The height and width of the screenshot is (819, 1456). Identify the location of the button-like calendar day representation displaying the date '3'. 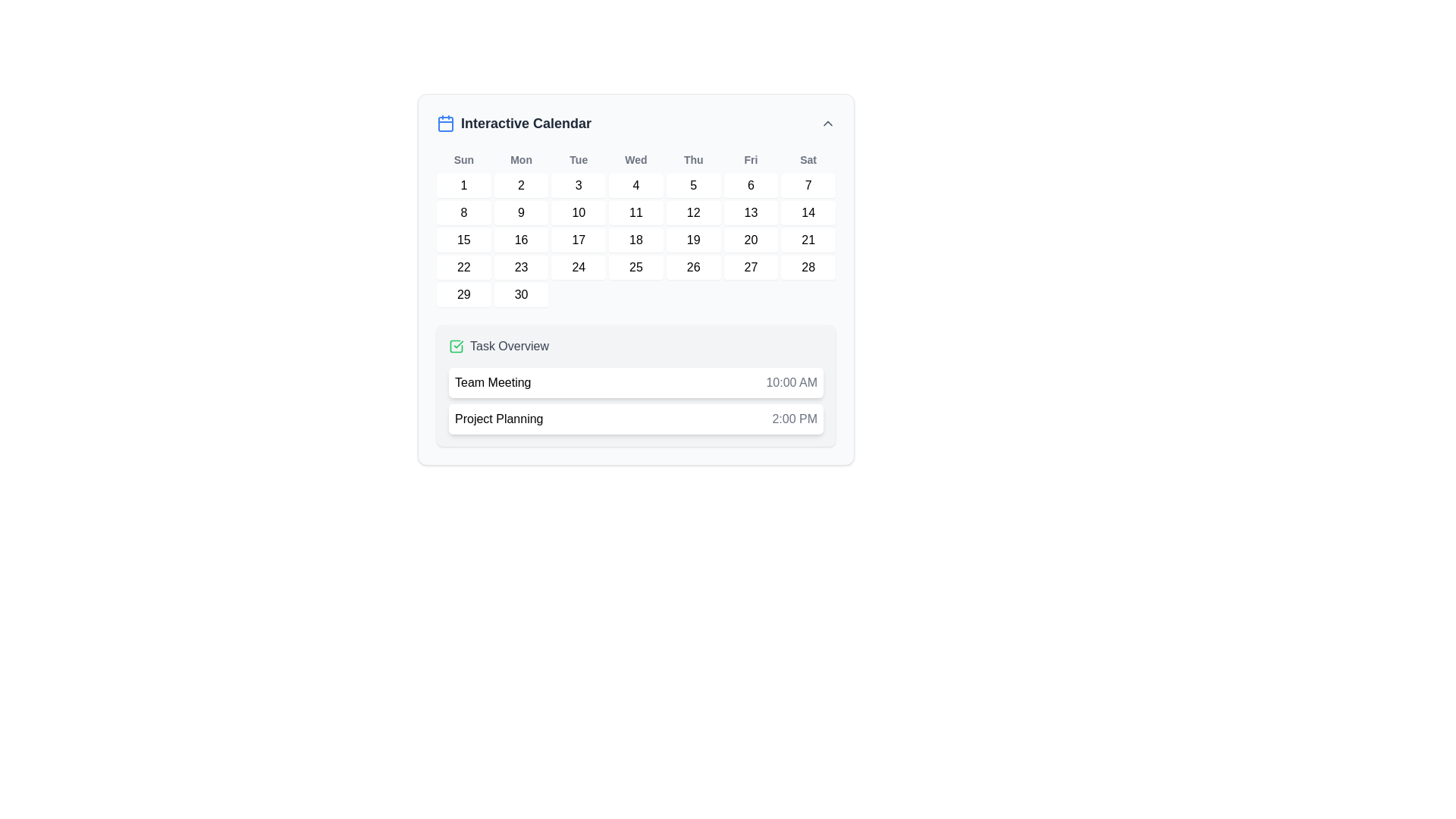
(578, 185).